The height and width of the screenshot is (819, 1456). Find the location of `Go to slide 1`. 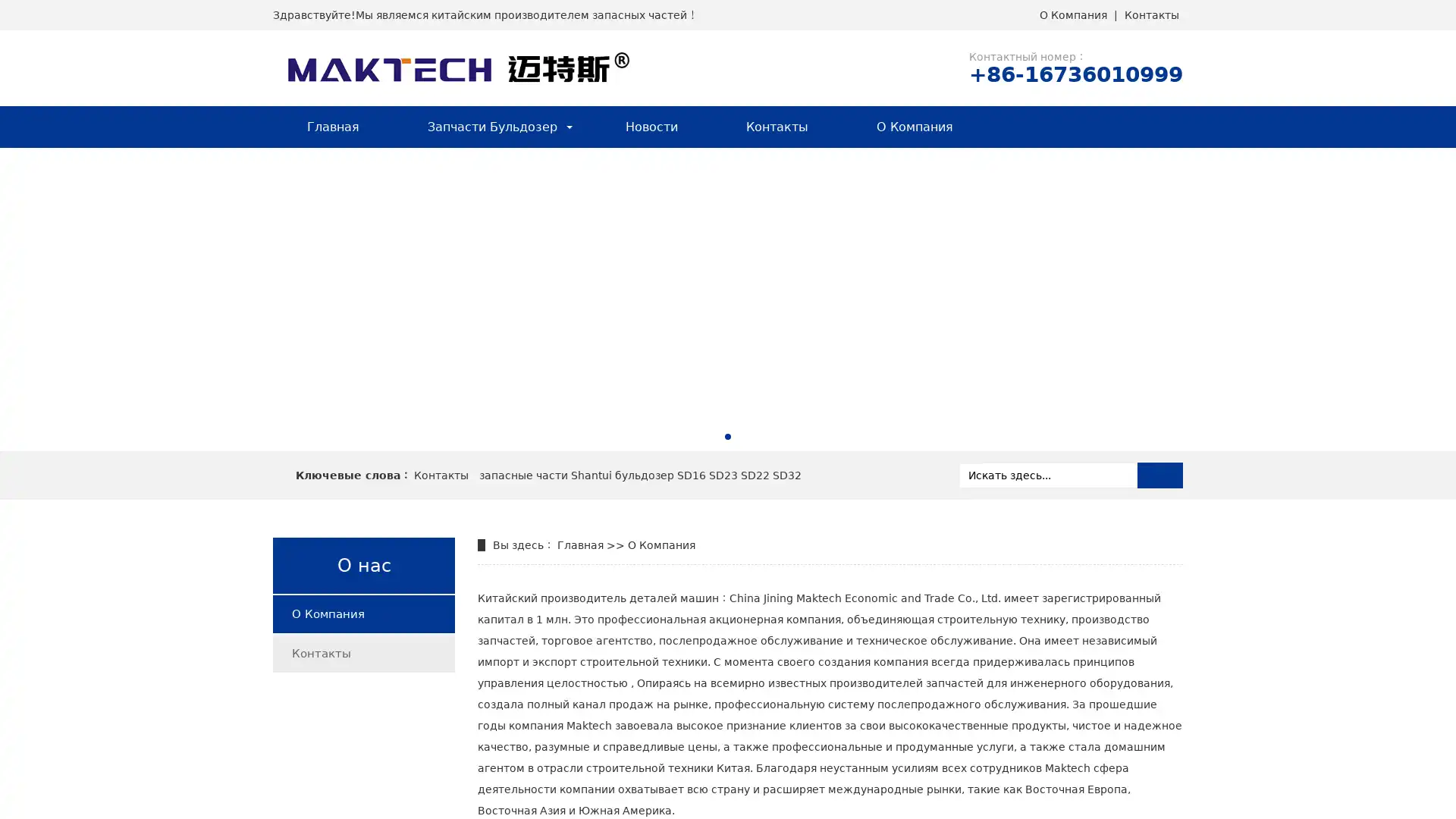

Go to slide 1 is located at coordinates (728, 436).